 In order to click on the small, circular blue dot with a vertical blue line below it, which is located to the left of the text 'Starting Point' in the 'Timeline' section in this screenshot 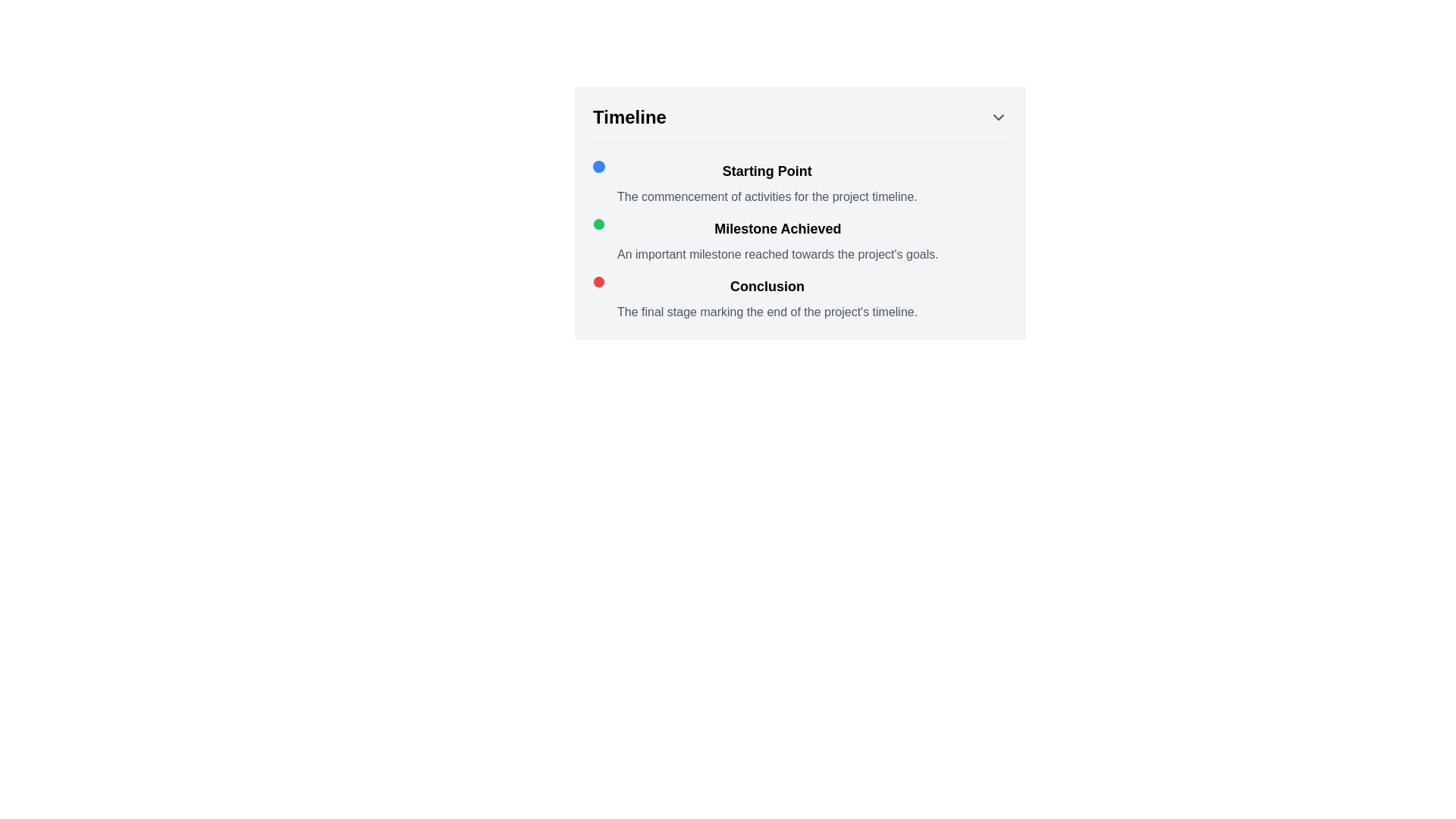, I will do `click(598, 166)`.